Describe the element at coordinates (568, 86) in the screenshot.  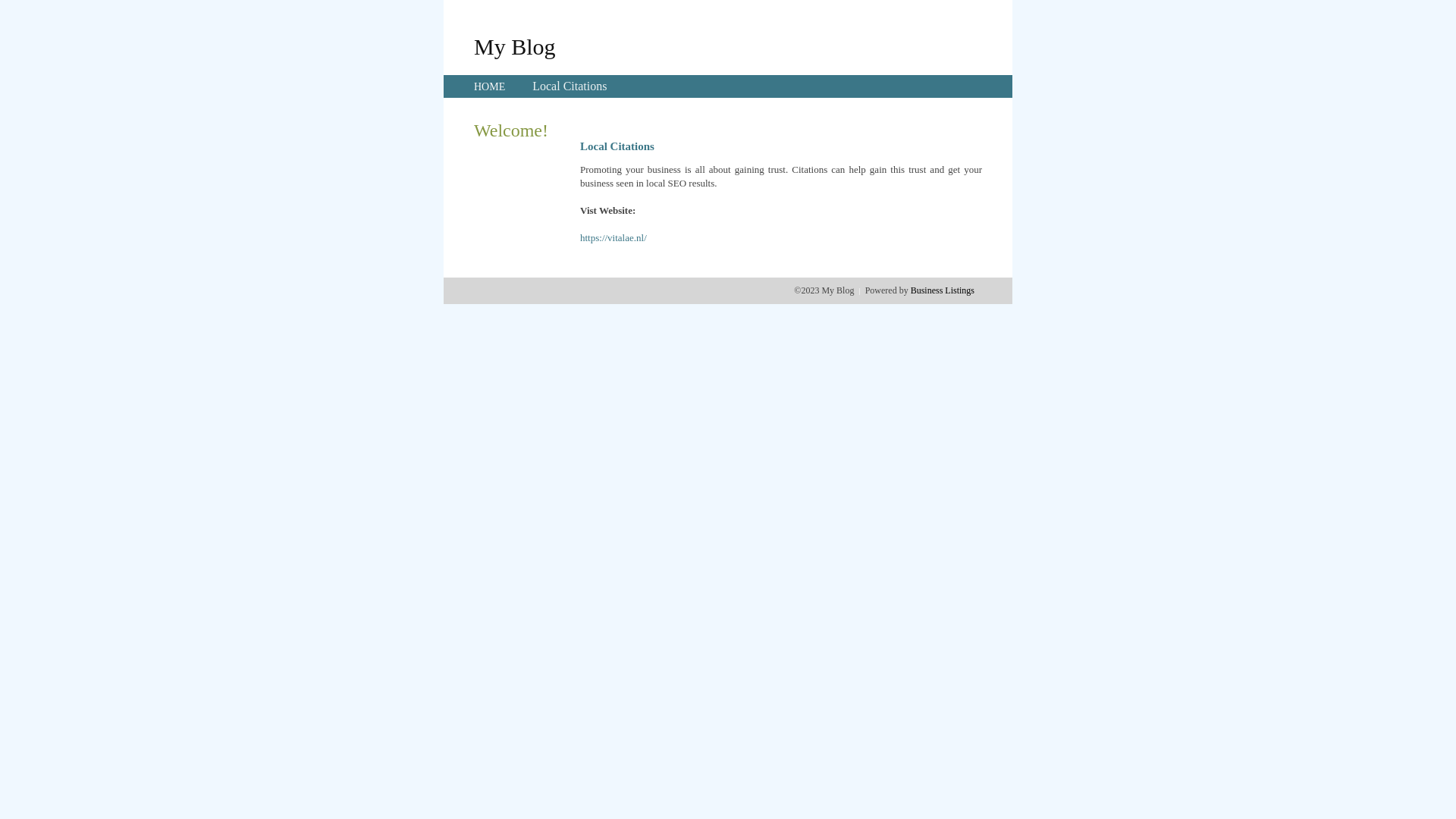
I see `'Local Citations'` at that location.